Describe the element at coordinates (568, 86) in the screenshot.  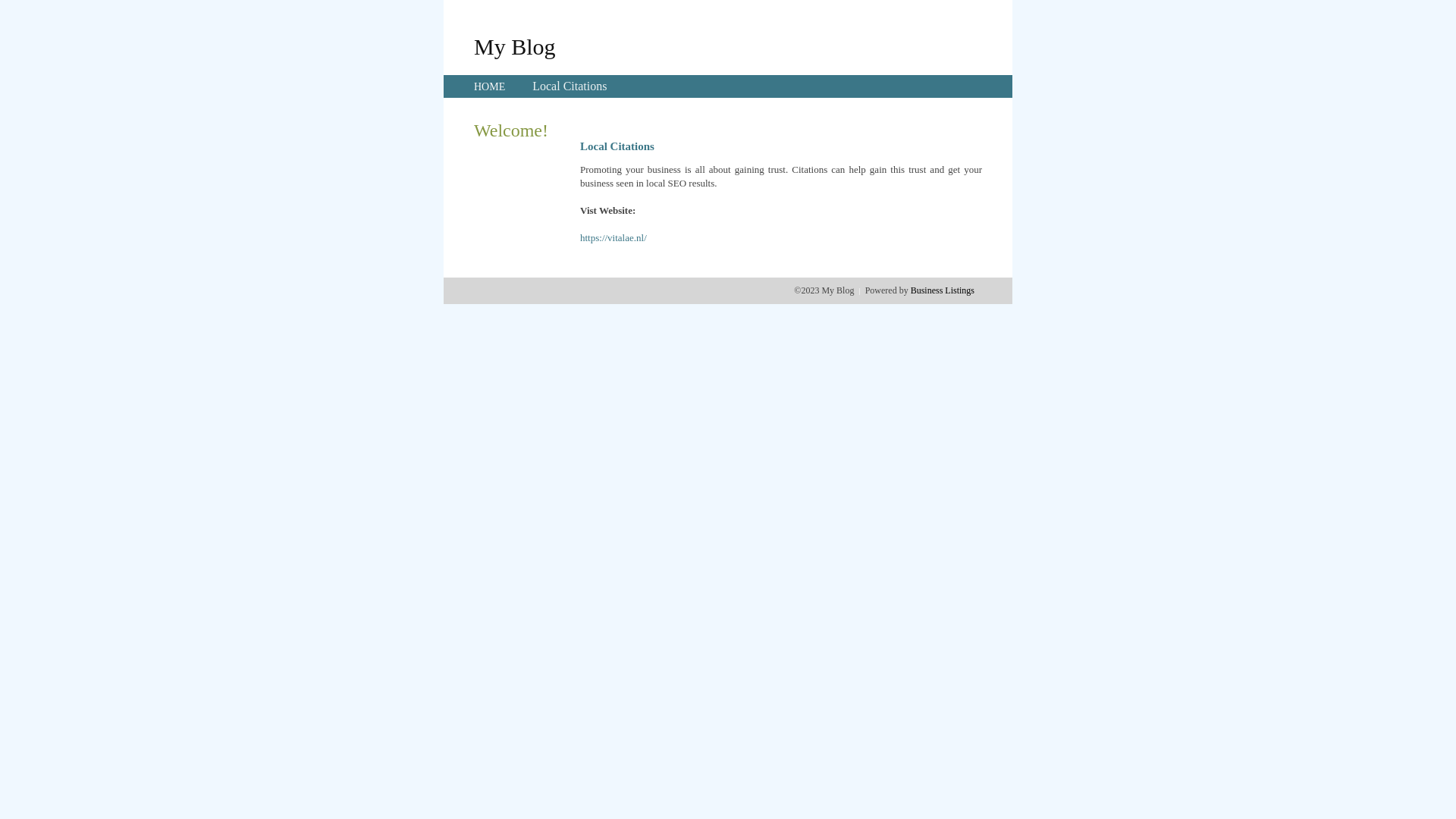
I see `'Local Citations'` at that location.